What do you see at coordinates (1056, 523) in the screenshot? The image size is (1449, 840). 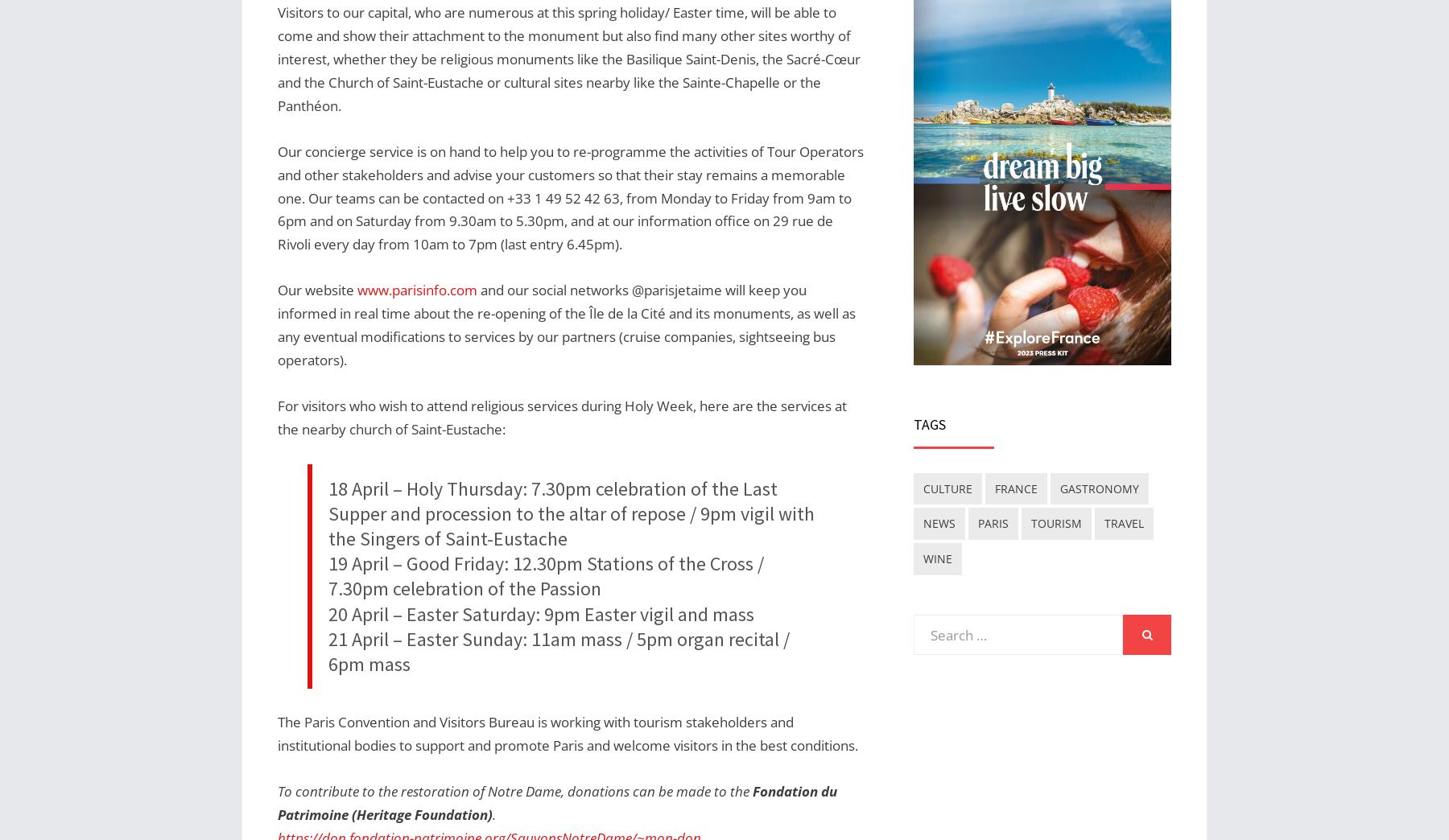 I see `'tourism'` at bounding box center [1056, 523].